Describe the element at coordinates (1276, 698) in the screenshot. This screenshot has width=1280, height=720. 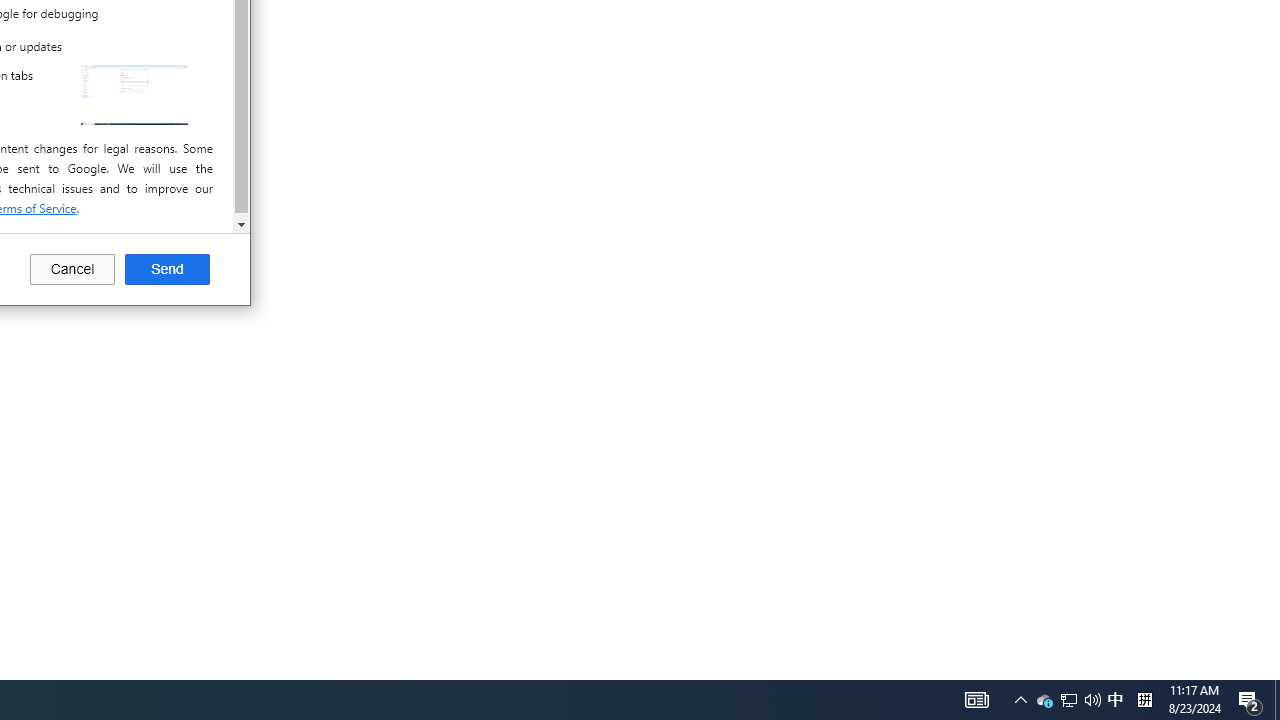
I see `'Show desktop'` at that location.